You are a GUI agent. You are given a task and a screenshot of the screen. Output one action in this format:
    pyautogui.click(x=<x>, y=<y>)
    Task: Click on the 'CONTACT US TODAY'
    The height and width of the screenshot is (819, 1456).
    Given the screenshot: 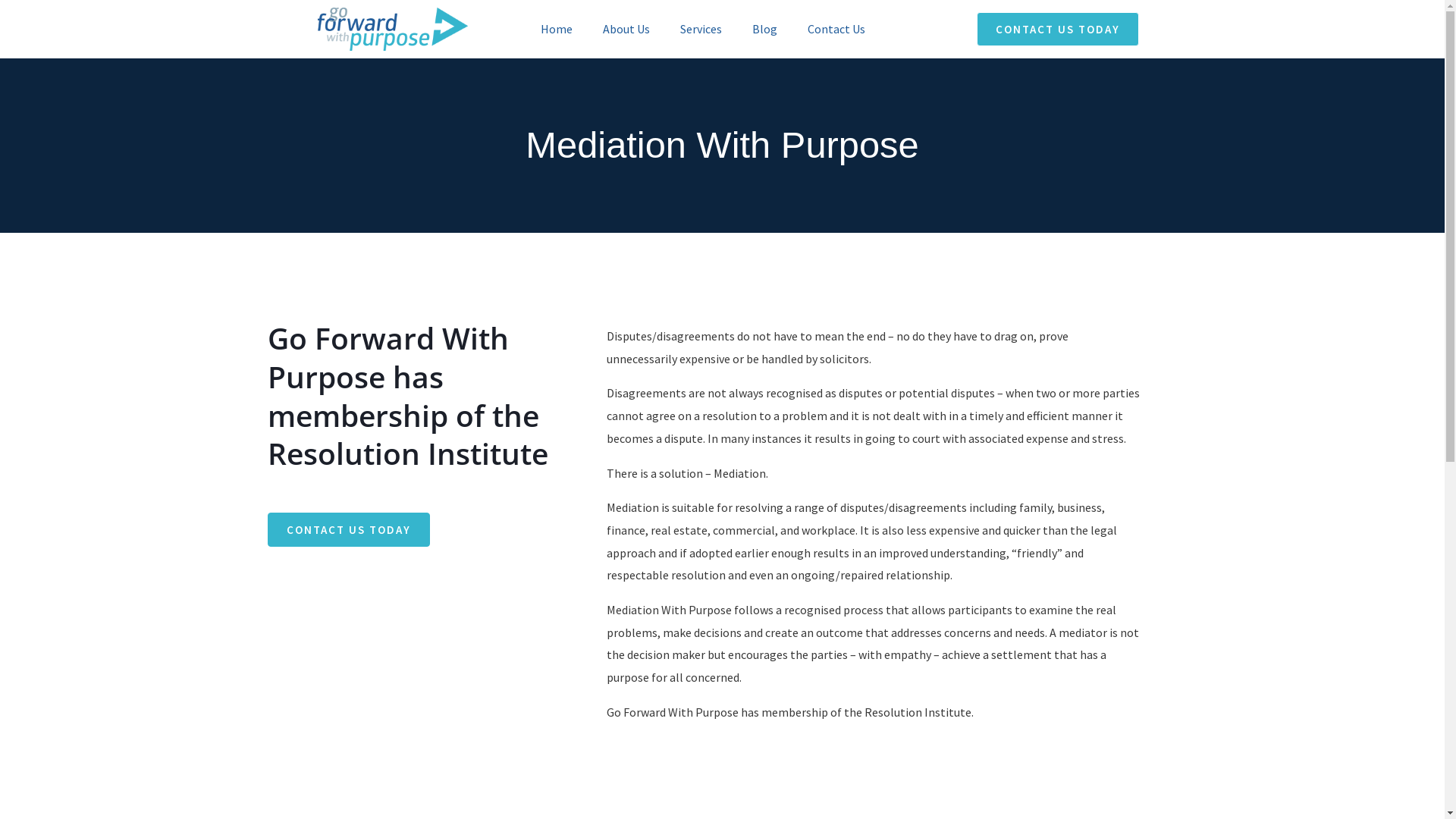 What is the action you would take?
    pyautogui.click(x=347, y=529)
    